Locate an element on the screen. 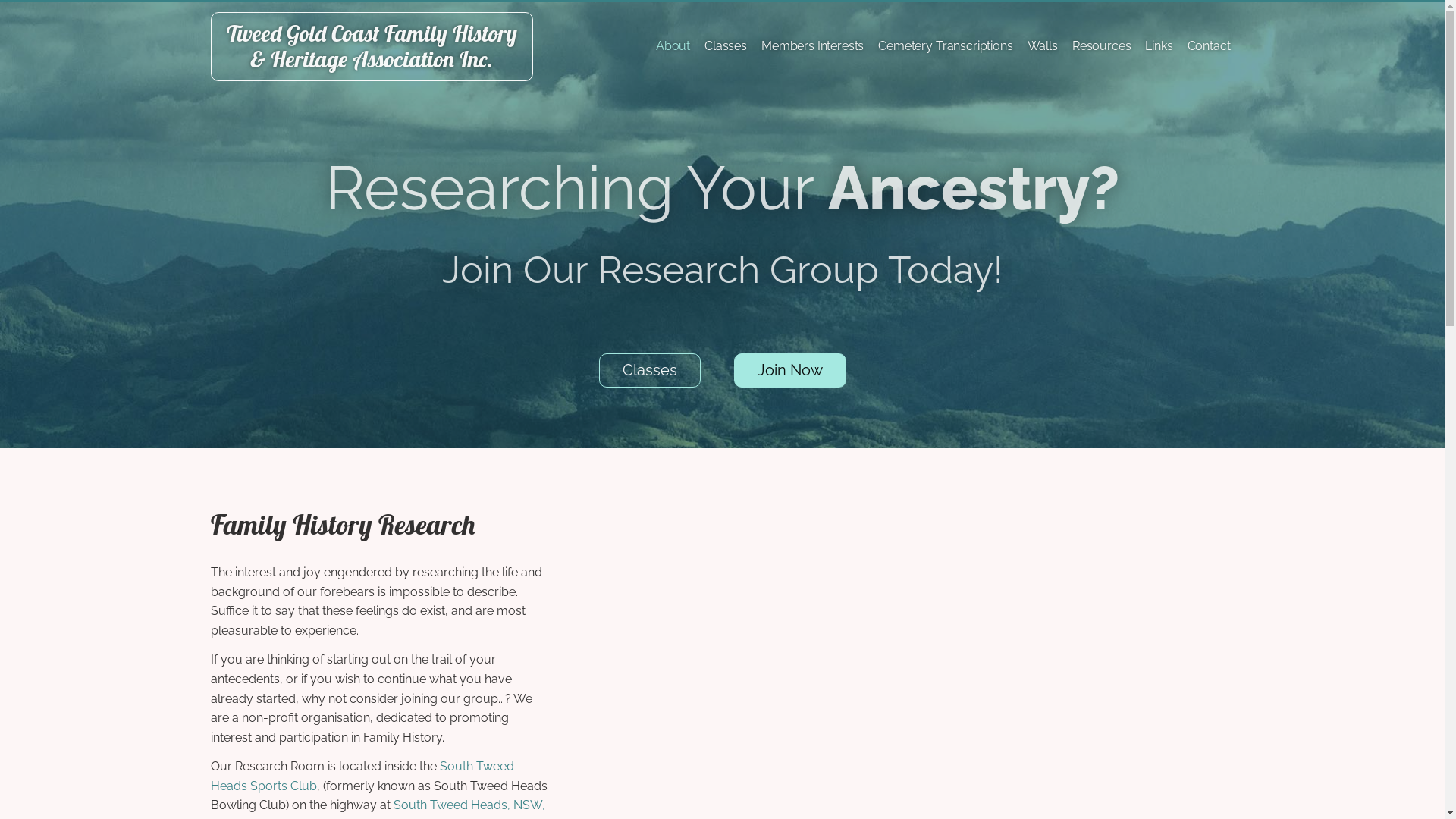  'Classes' is located at coordinates (650, 370).